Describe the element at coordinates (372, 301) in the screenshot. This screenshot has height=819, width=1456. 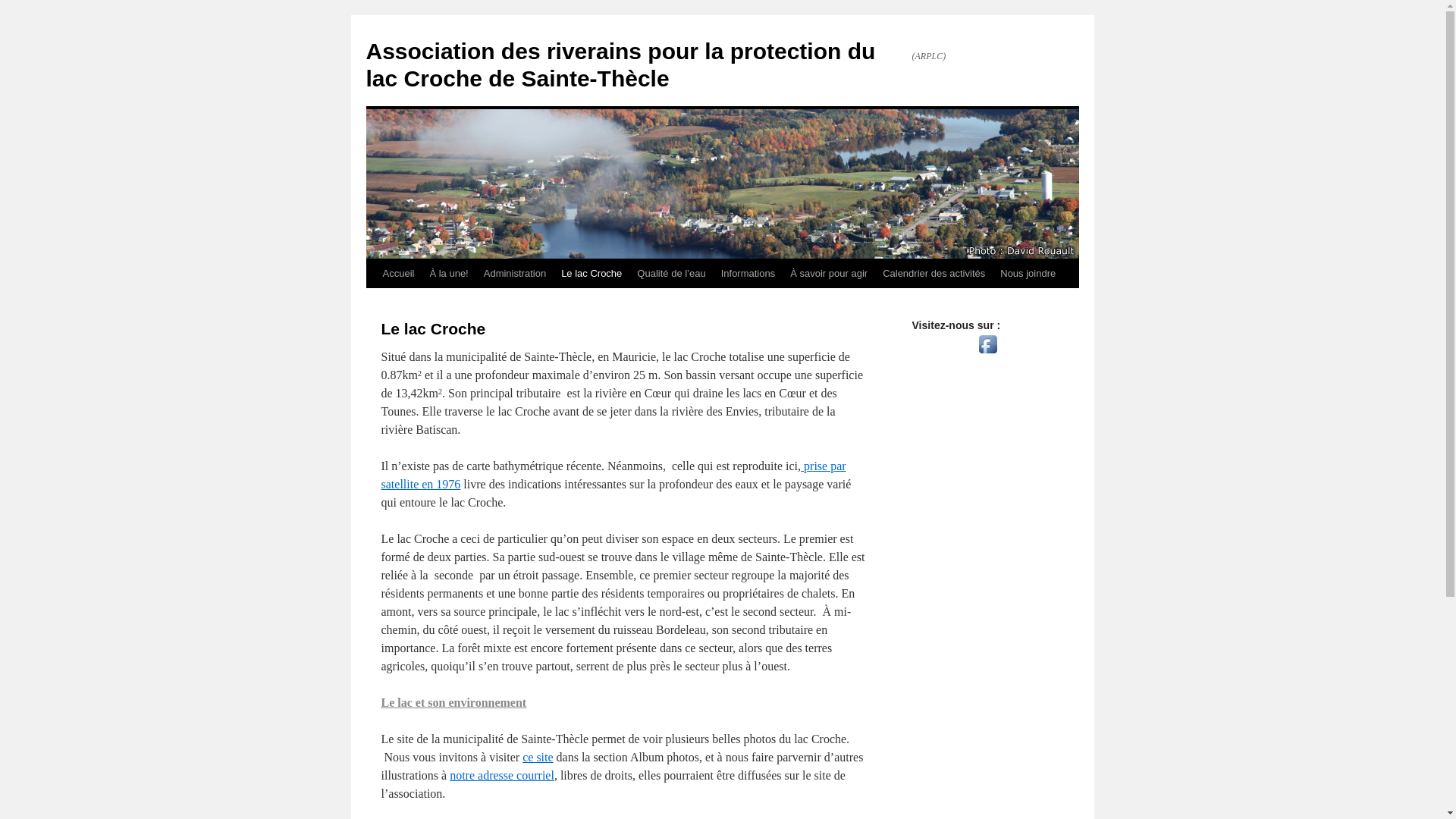
I see `'Aller au contenu'` at that location.